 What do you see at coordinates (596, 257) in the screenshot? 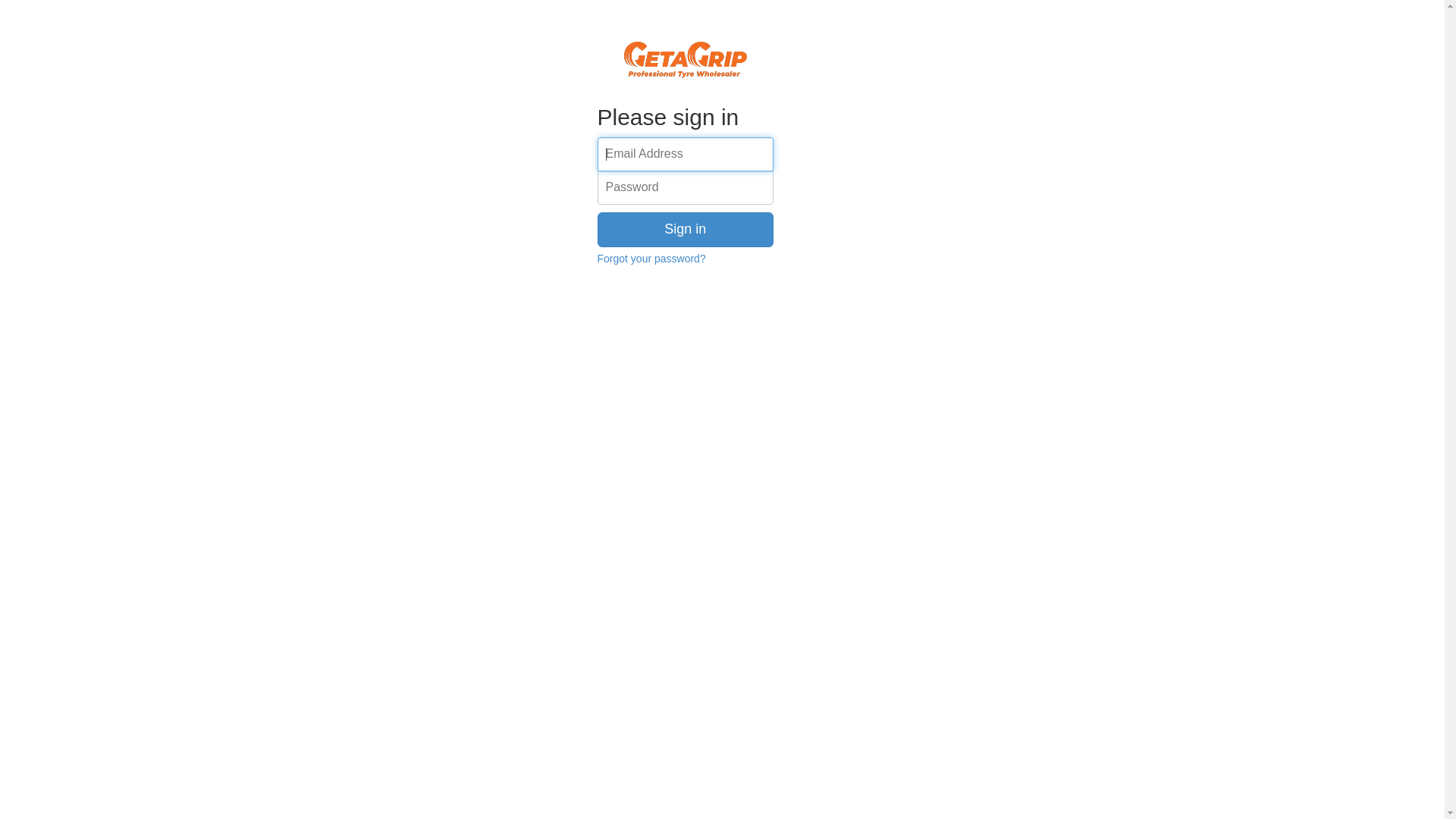
I see `'Forgot your password?'` at bounding box center [596, 257].